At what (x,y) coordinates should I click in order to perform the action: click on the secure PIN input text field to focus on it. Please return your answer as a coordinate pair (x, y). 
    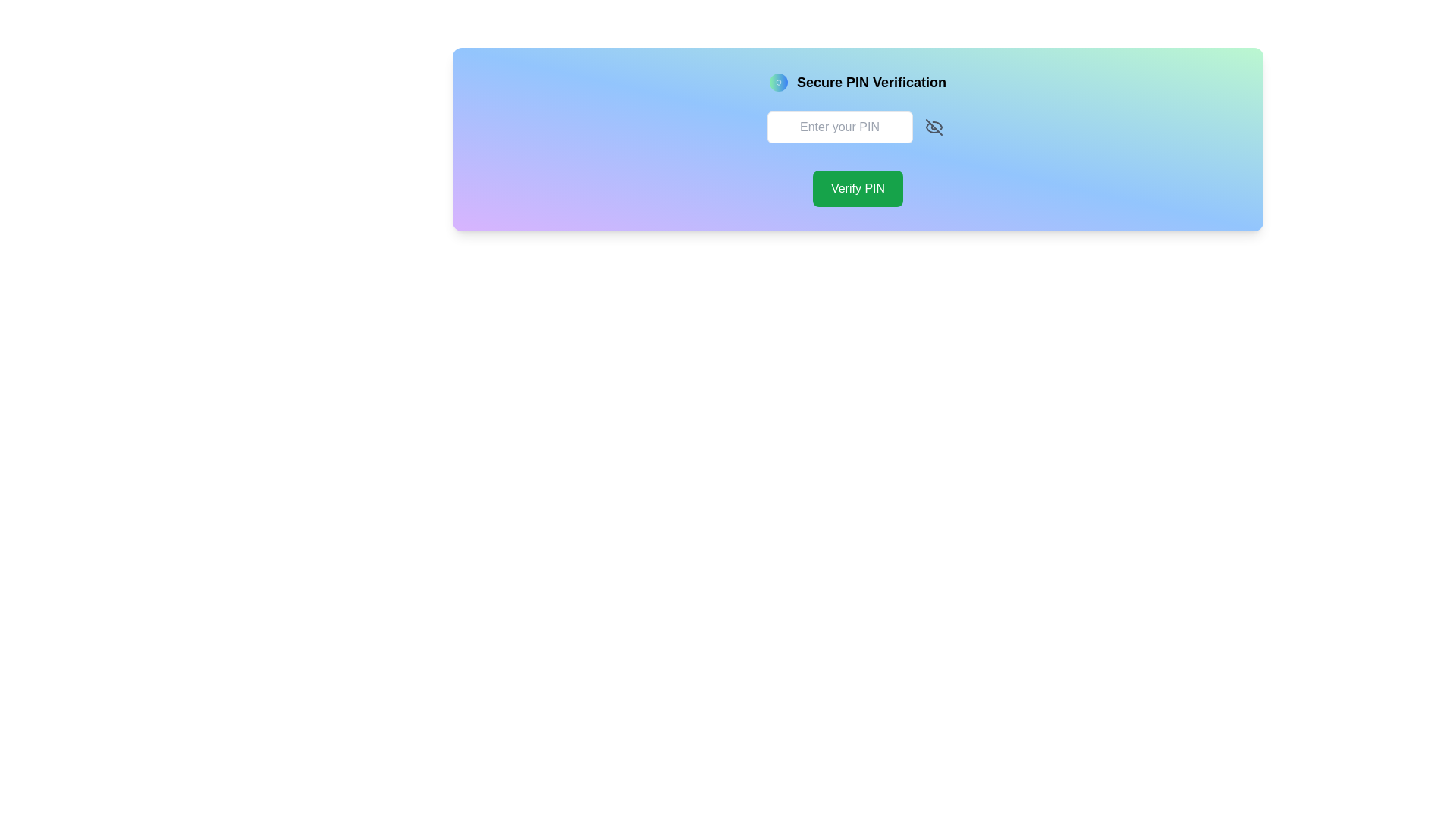
    Looking at the image, I should click on (839, 127).